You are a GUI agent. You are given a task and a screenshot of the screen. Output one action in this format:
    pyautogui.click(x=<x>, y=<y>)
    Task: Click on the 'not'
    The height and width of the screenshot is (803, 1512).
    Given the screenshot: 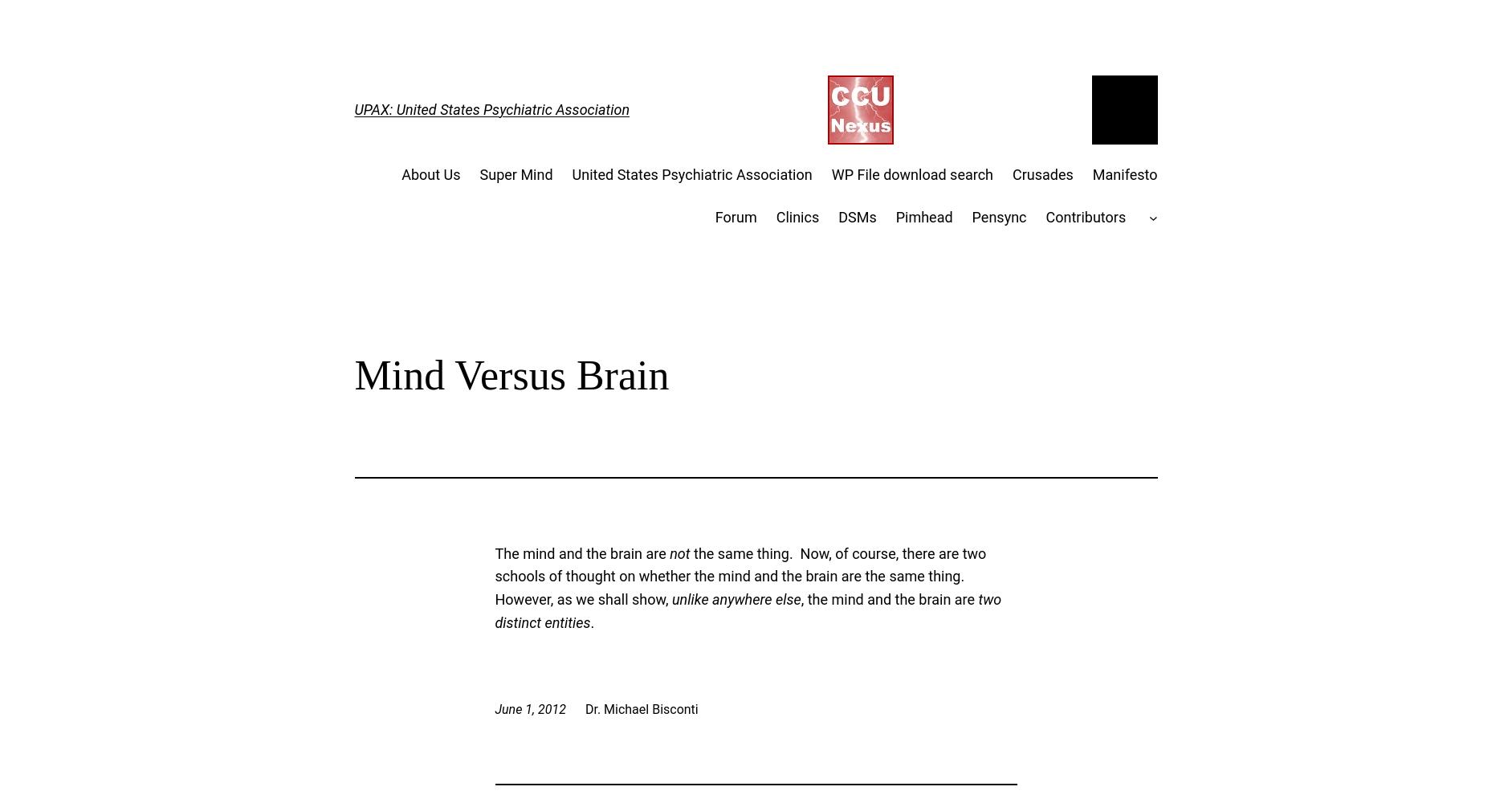 What is the action you would take?
    pyautogui.click(x=668, y=552)
    